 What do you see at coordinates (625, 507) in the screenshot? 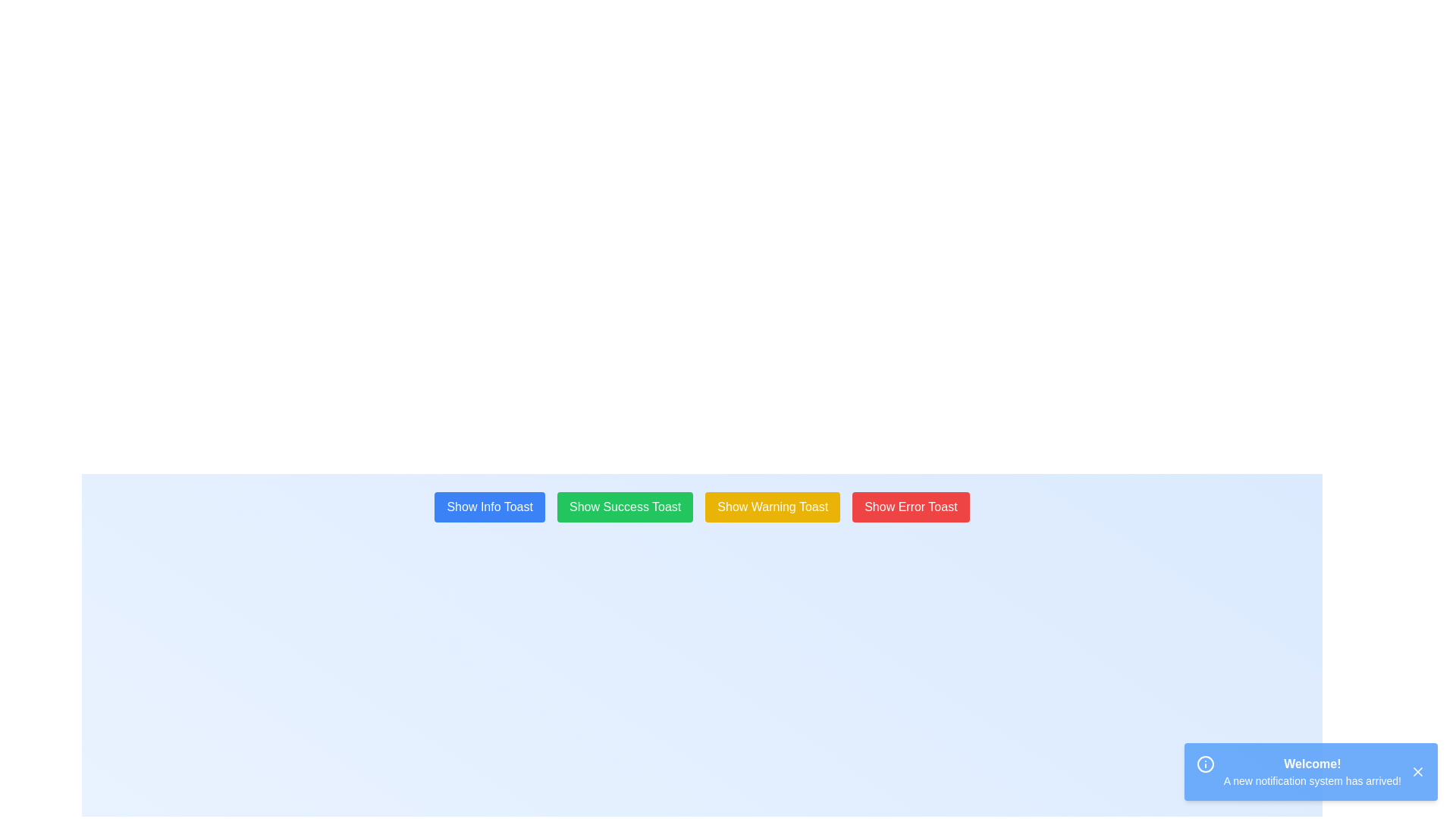
I see `the second button in the horizontal row` at bounding box center [625, 507].